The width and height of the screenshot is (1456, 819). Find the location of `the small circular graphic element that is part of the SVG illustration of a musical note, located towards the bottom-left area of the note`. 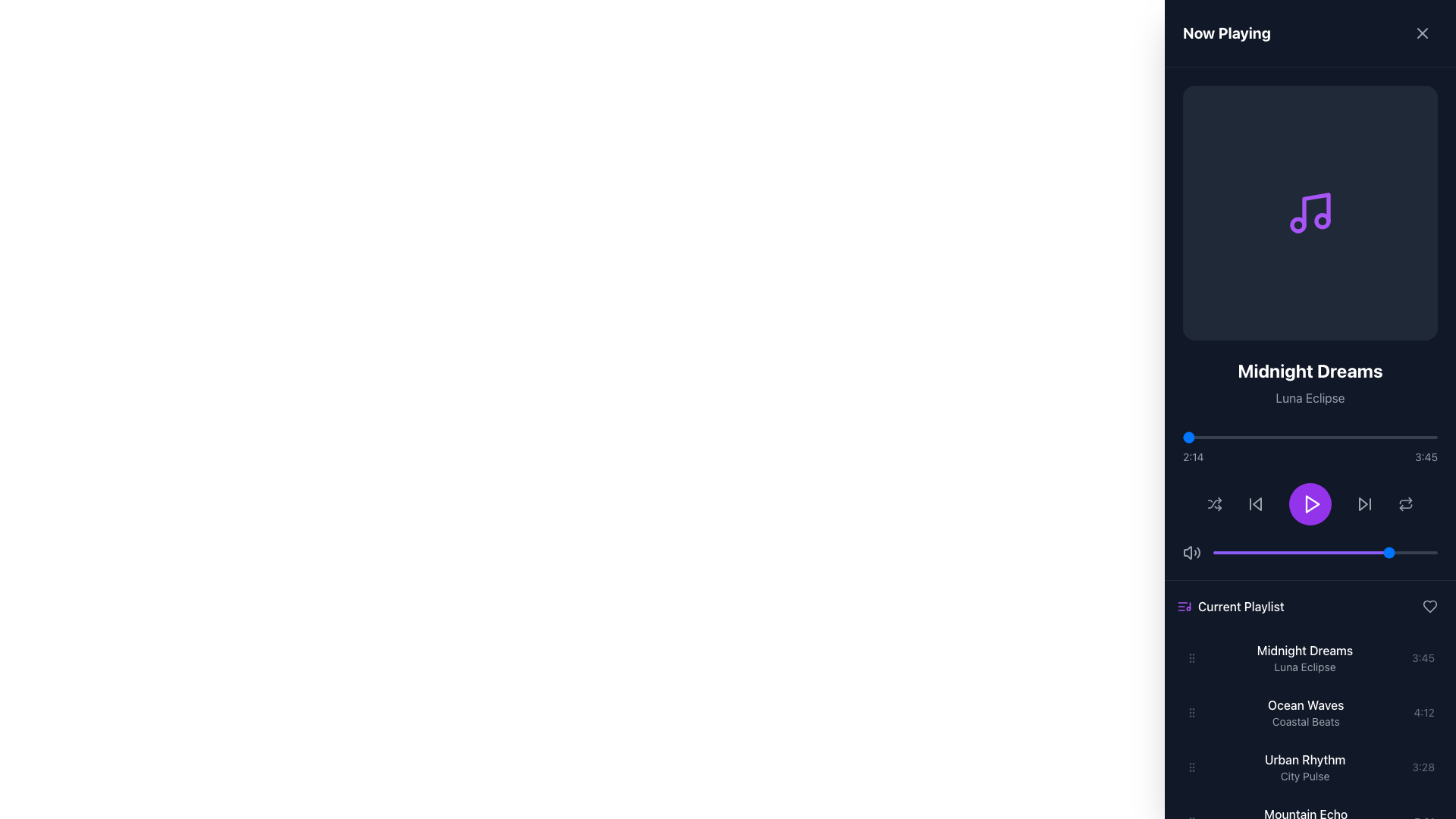

the small circular graphic element that is part of the SVG illustration of a musical note, located towards the bottom-left area of the note is located at coordinates (1298, 225).